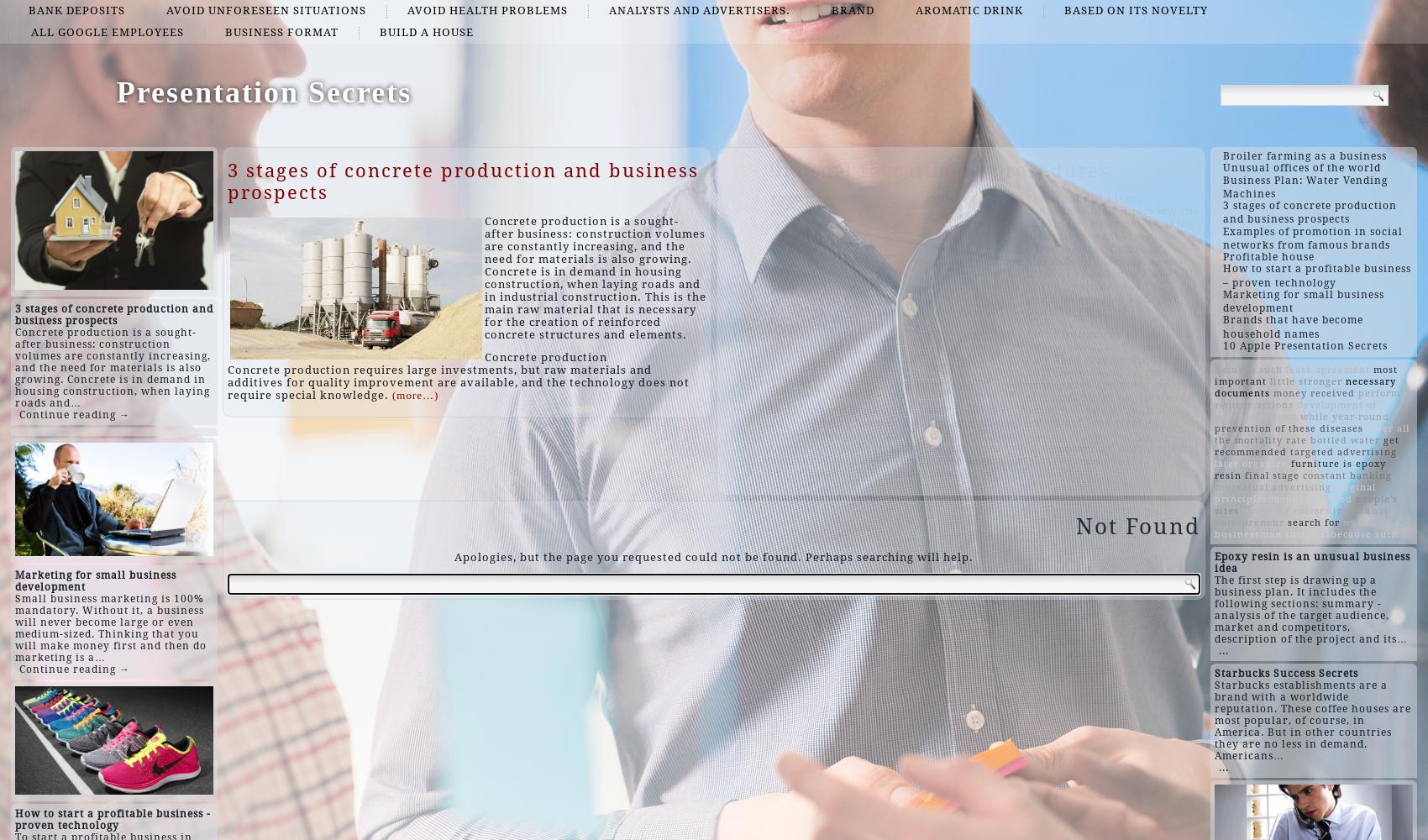  What do you see at coordinates (1359, 522) in the screenshot?
I see `'we are'` at bounding box center [1359, 522].